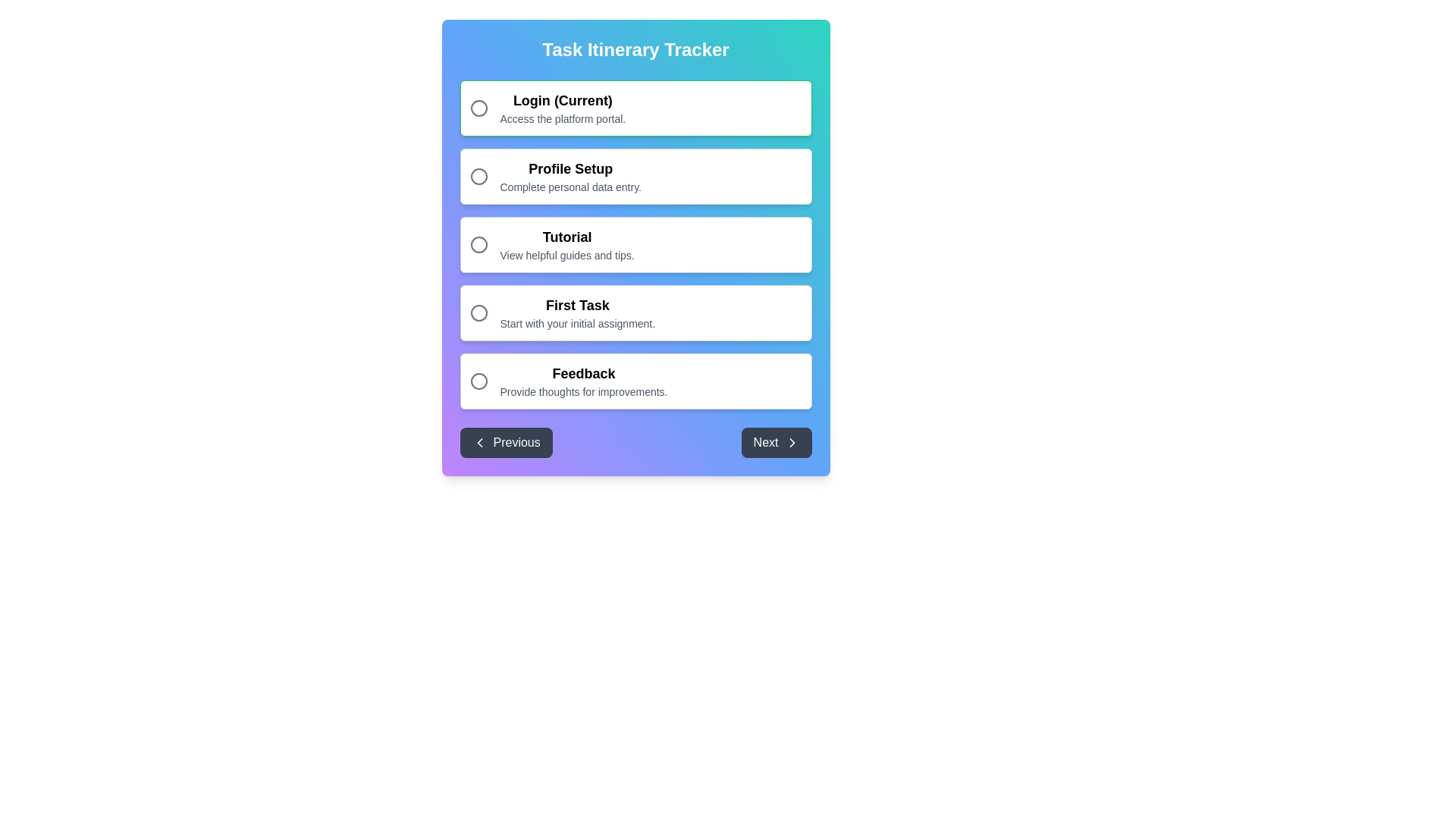 The image size is (1456, 819). What do you see at coordinates (478, 312) in the screenshot?
I see `the circular indicator (radio button) within the 'First Task' item in the vertical list` at bounding box center [478, 312].